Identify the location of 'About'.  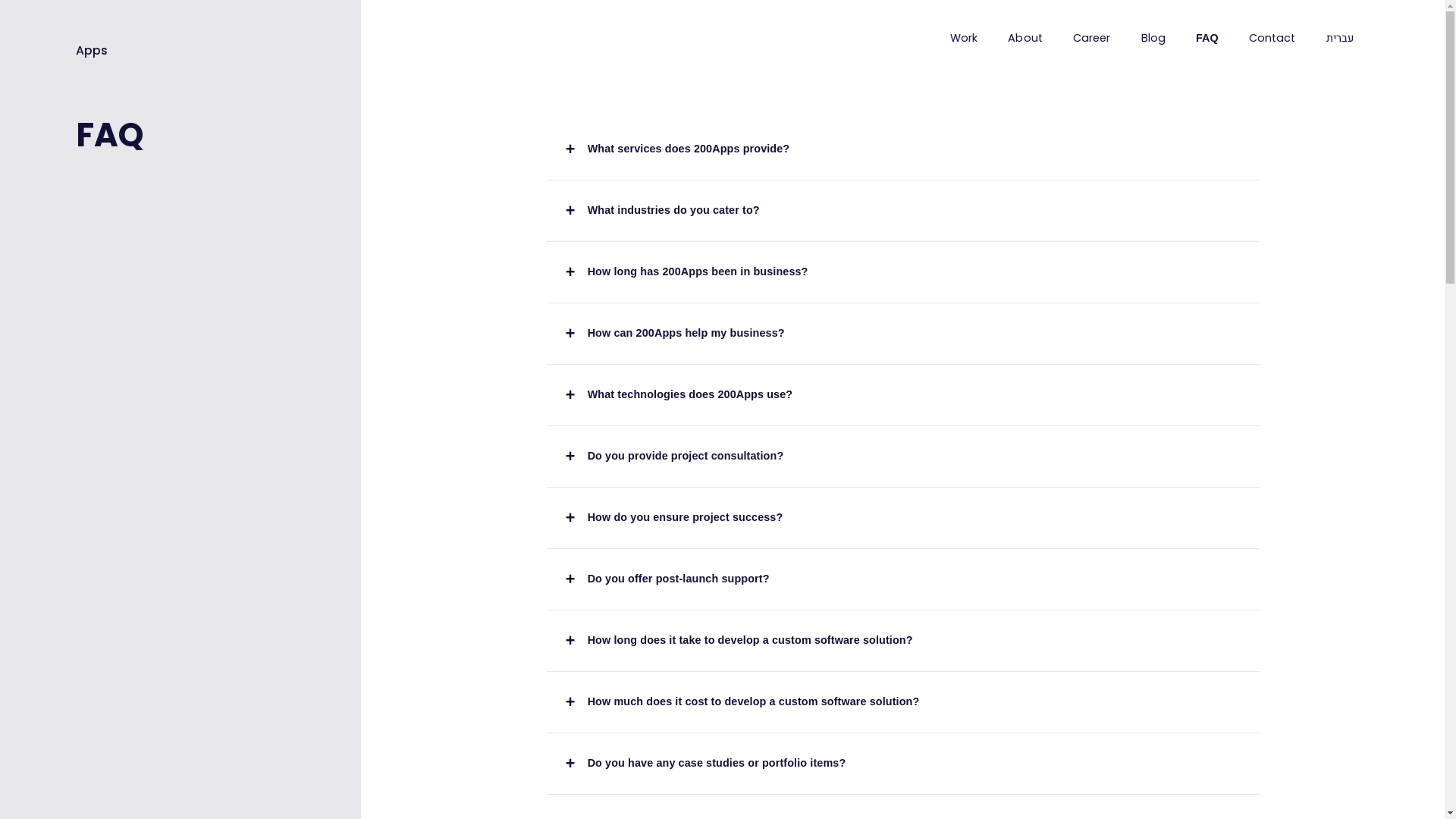
(1025, 37).